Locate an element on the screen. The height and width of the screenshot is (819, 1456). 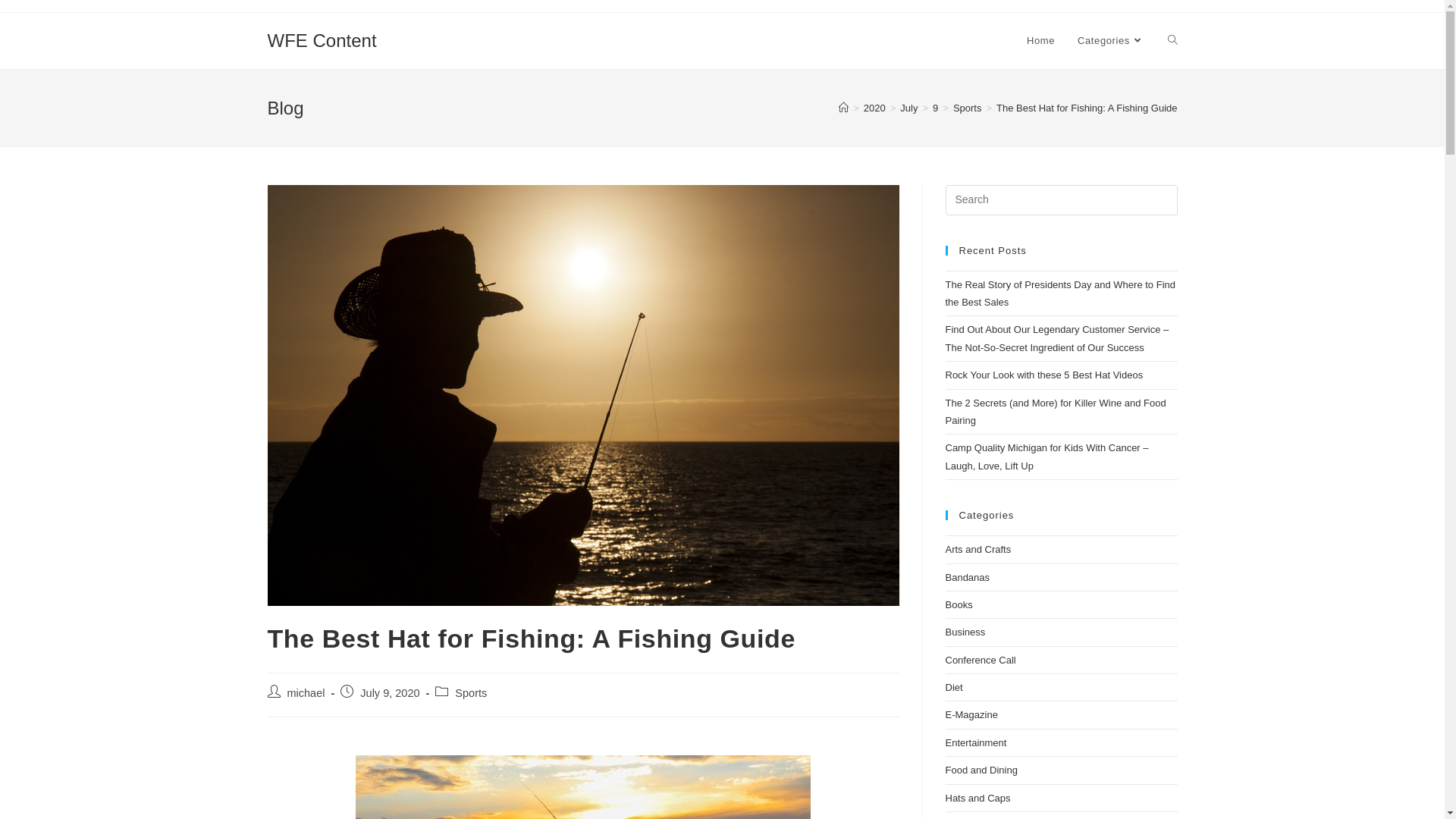
'Business' is located at coordinates (964, 632).